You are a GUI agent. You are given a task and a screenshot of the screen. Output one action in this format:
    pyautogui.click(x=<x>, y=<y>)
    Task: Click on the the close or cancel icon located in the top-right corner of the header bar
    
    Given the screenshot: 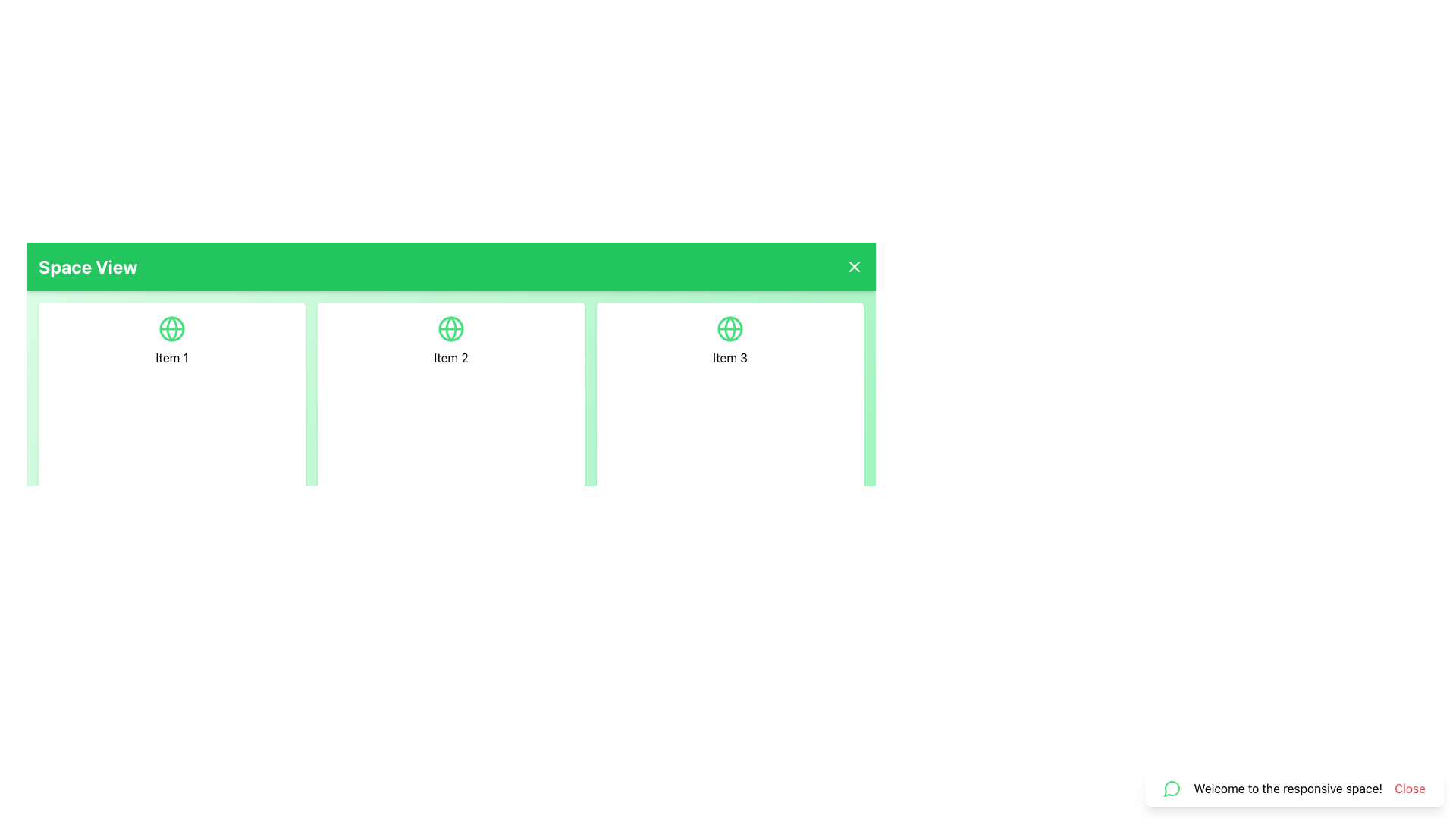 What is the action you would take?
    pyautogui.click(x=855, y=265)
    